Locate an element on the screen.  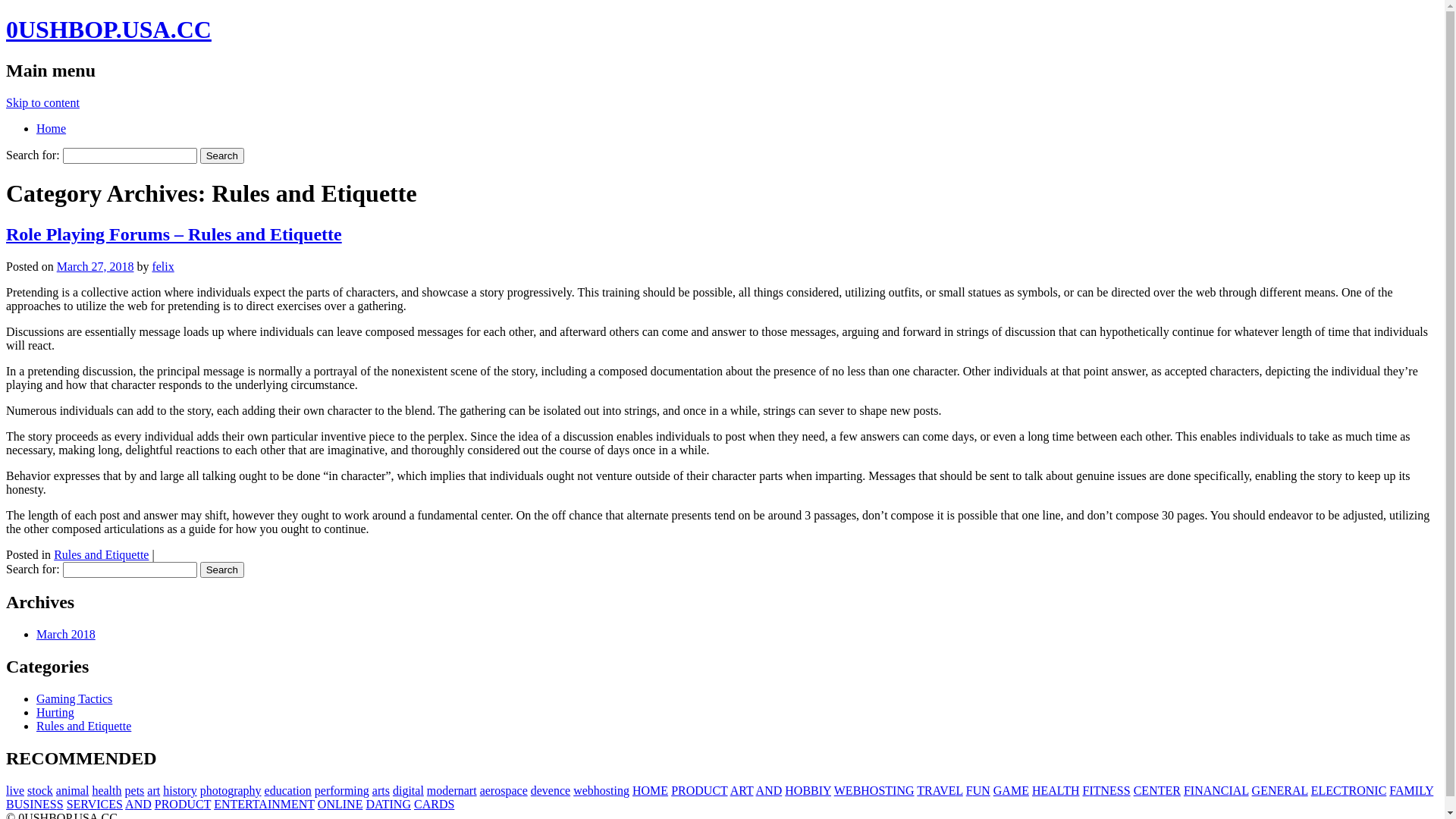
'Skip to content' is located at coordinates (42, 102).